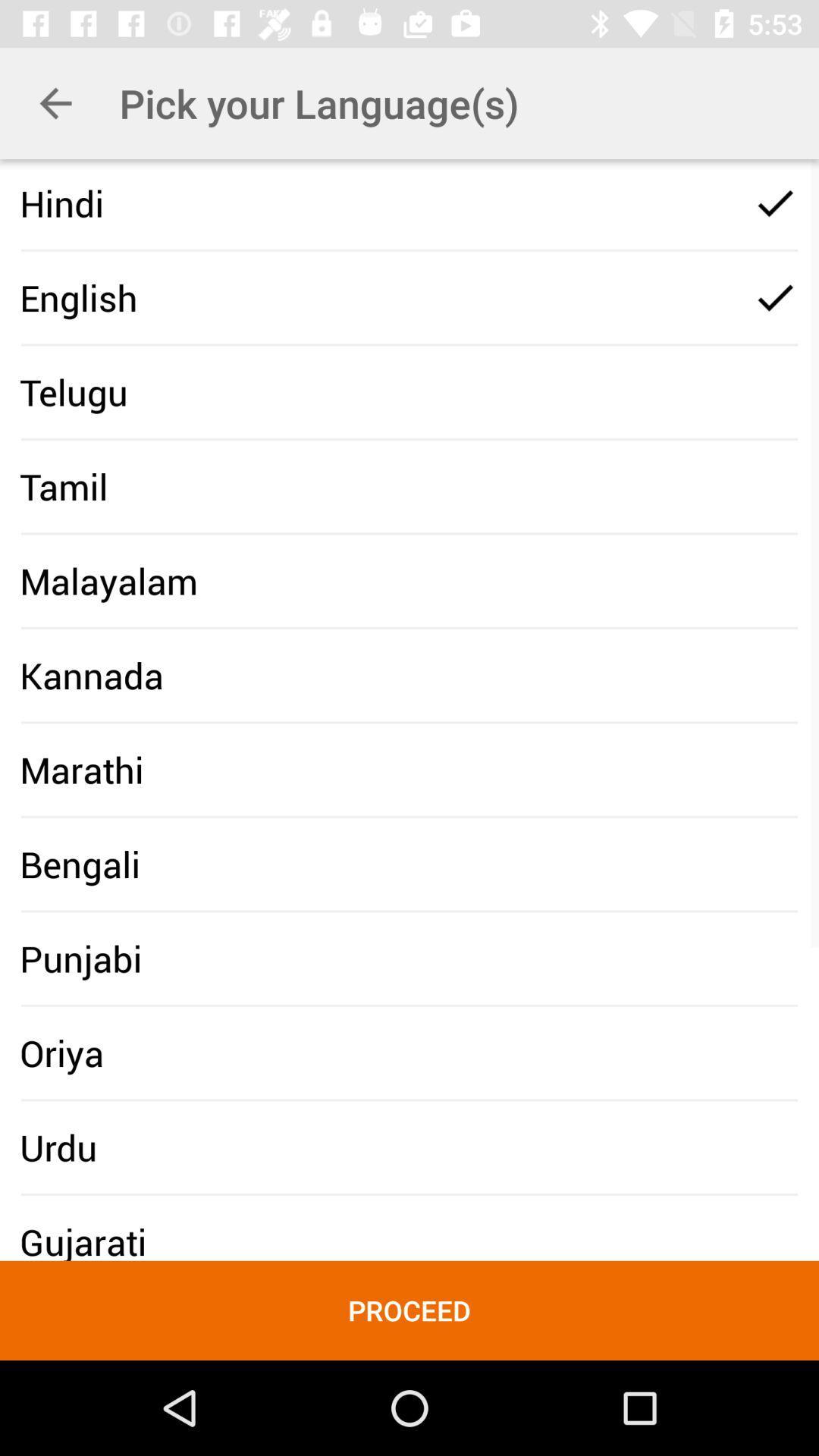 The image size is (819, 1456). Describe the element at coordinates (80, 958) in the screenshot. I see `the item below bengali item` at that location.